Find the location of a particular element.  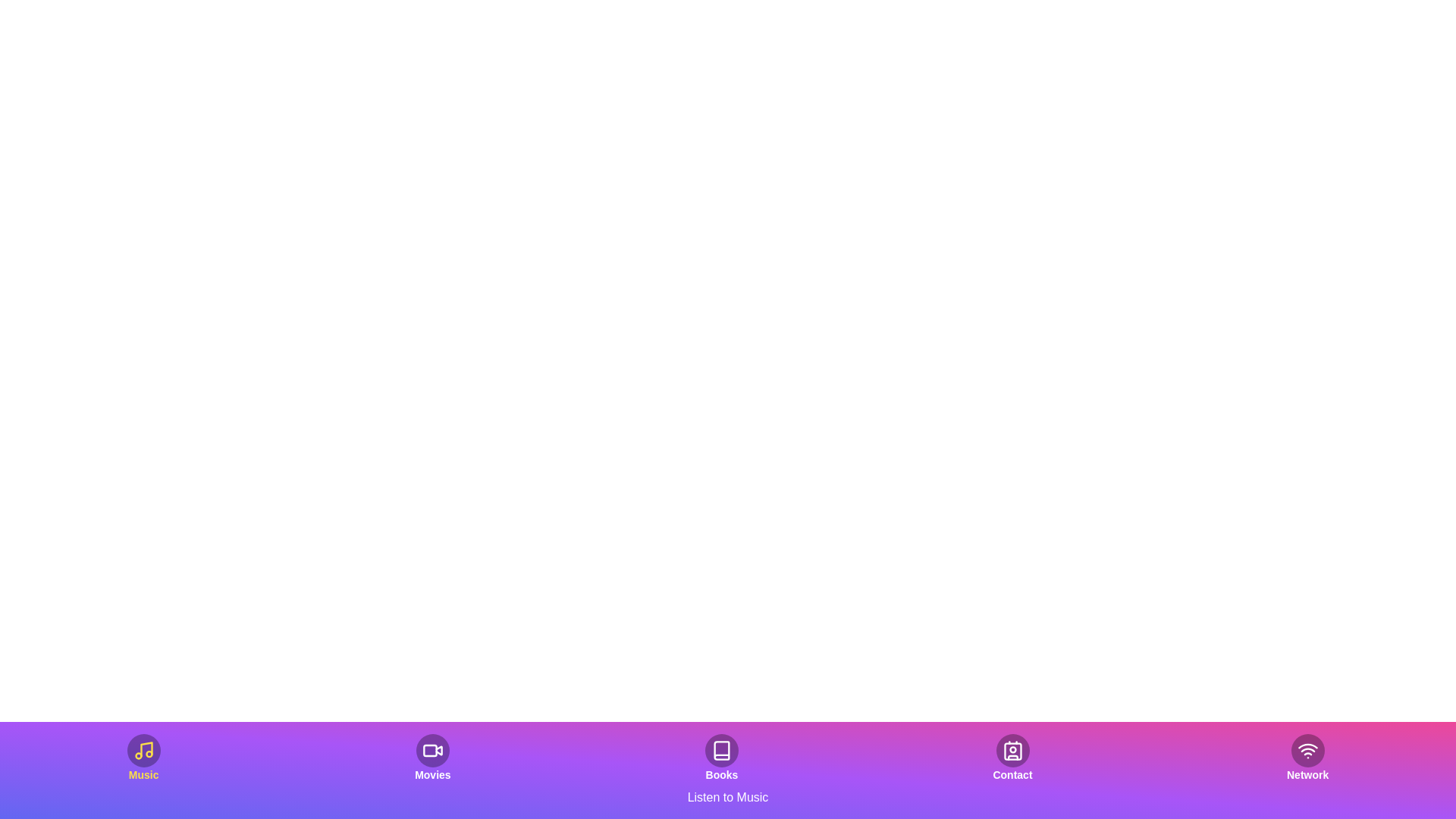

the button labeled 'Network' to observe the visual effect is located at coordinates (1307, 758).